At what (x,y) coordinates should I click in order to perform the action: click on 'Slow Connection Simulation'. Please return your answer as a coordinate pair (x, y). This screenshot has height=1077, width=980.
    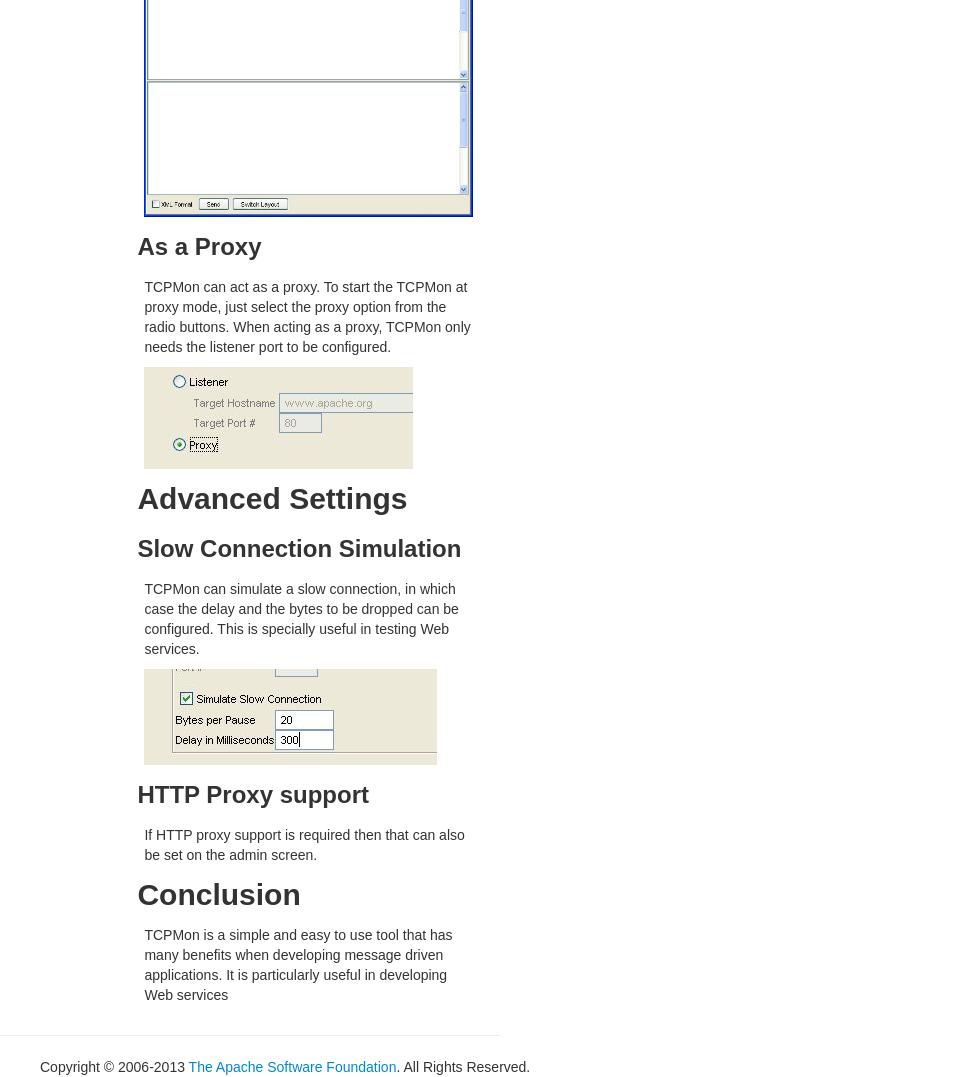
    Looking at the image, I should click on (137, 548).